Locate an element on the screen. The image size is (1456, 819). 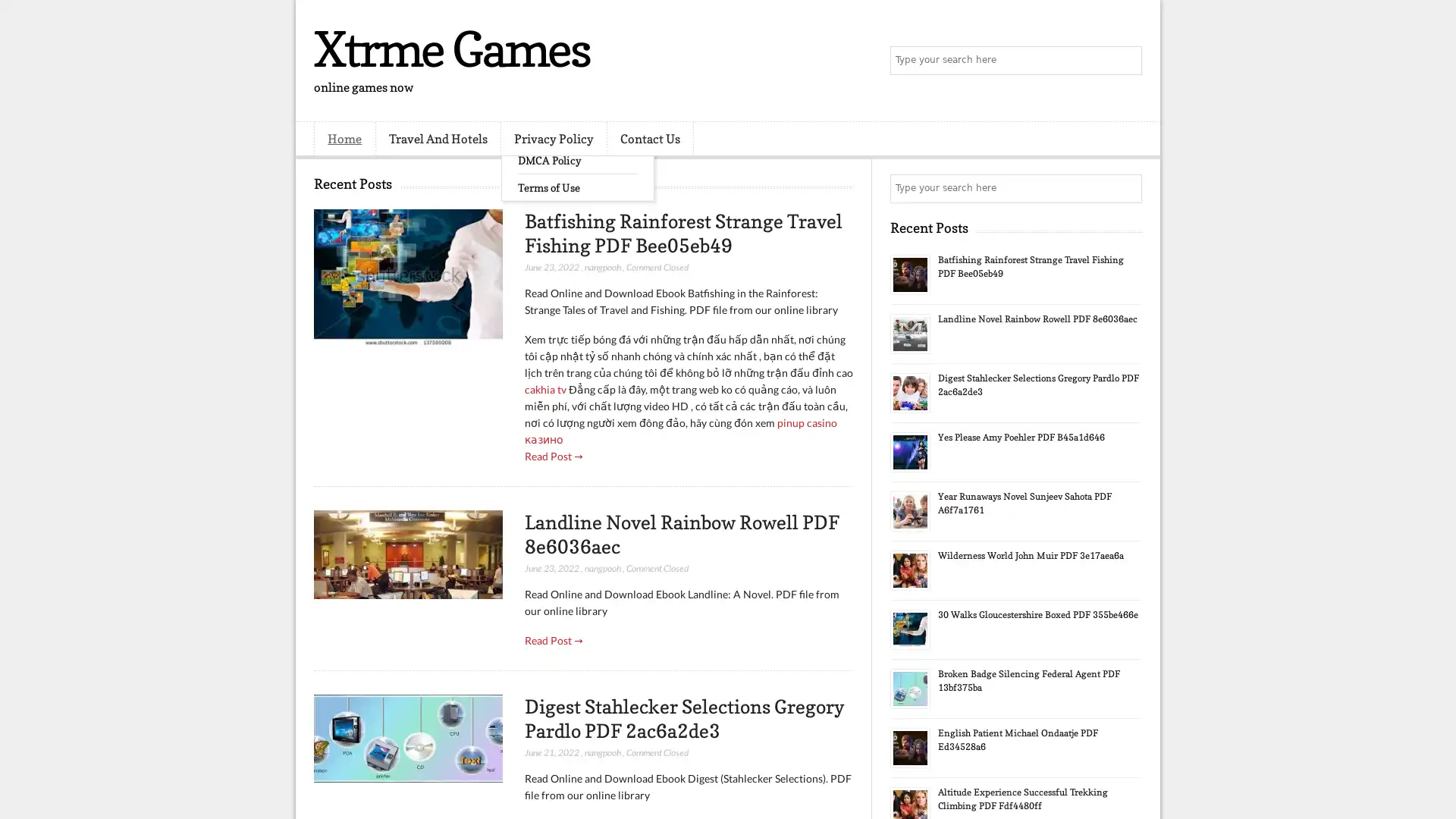
Search is located at coordinates (1126, 188).